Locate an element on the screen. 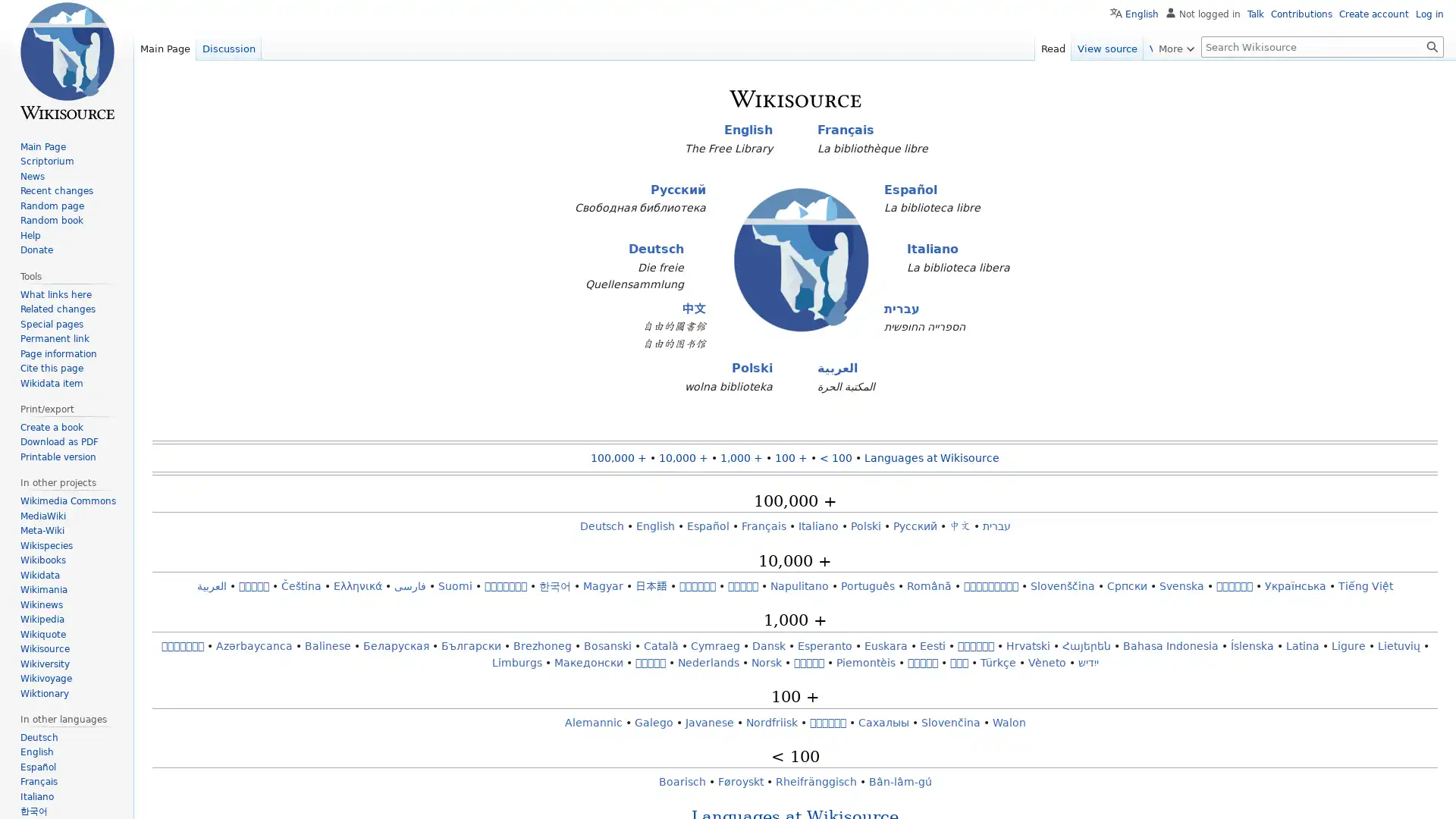 This screenshot has width=1456, height=819. Search is located at coordinates (1432, 45).